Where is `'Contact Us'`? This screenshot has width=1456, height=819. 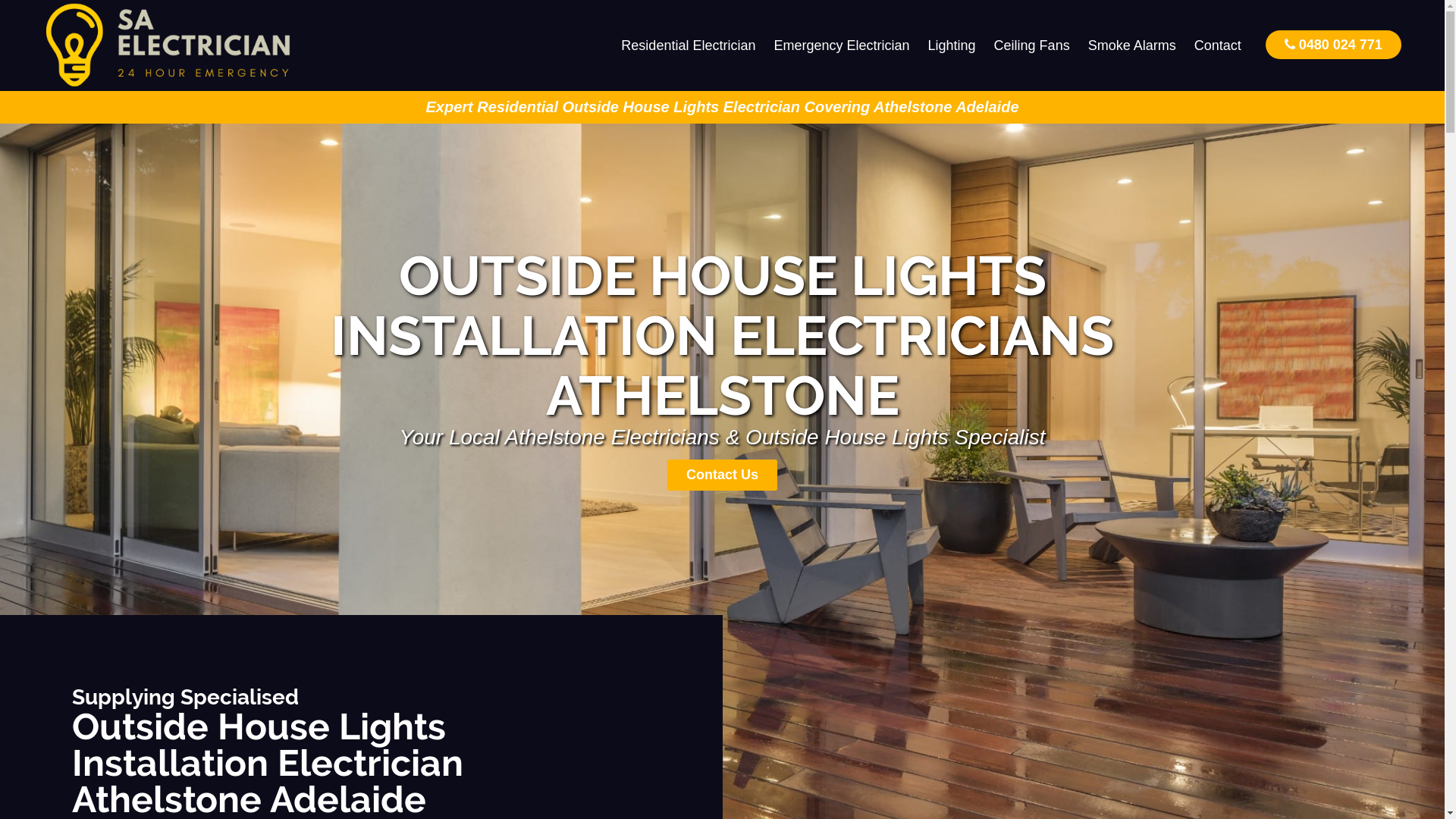 'Contact Us' is located at coordinates (721, 474).